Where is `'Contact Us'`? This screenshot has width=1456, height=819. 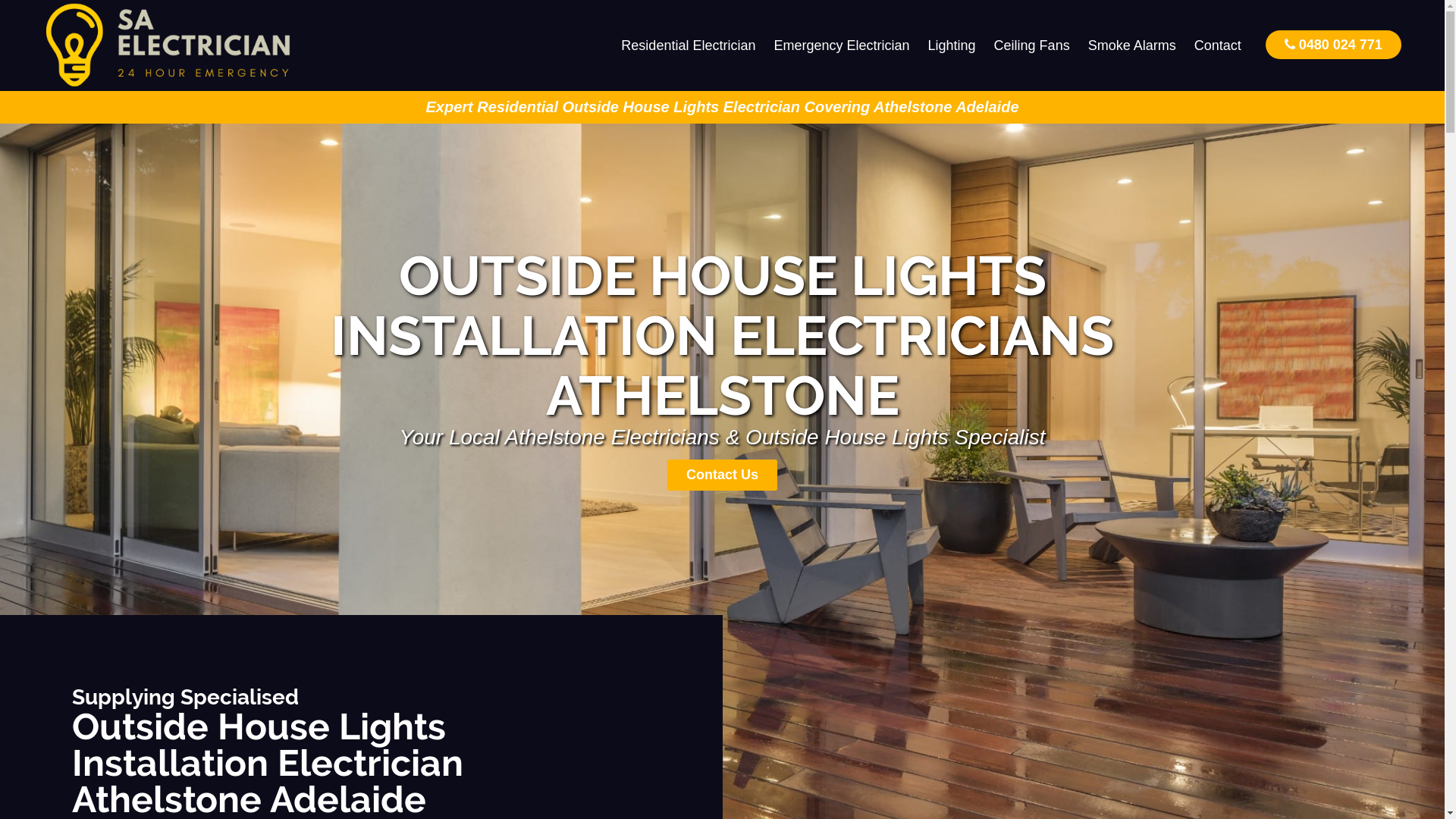 'Contact Us' is located at coordinates (721, 474).